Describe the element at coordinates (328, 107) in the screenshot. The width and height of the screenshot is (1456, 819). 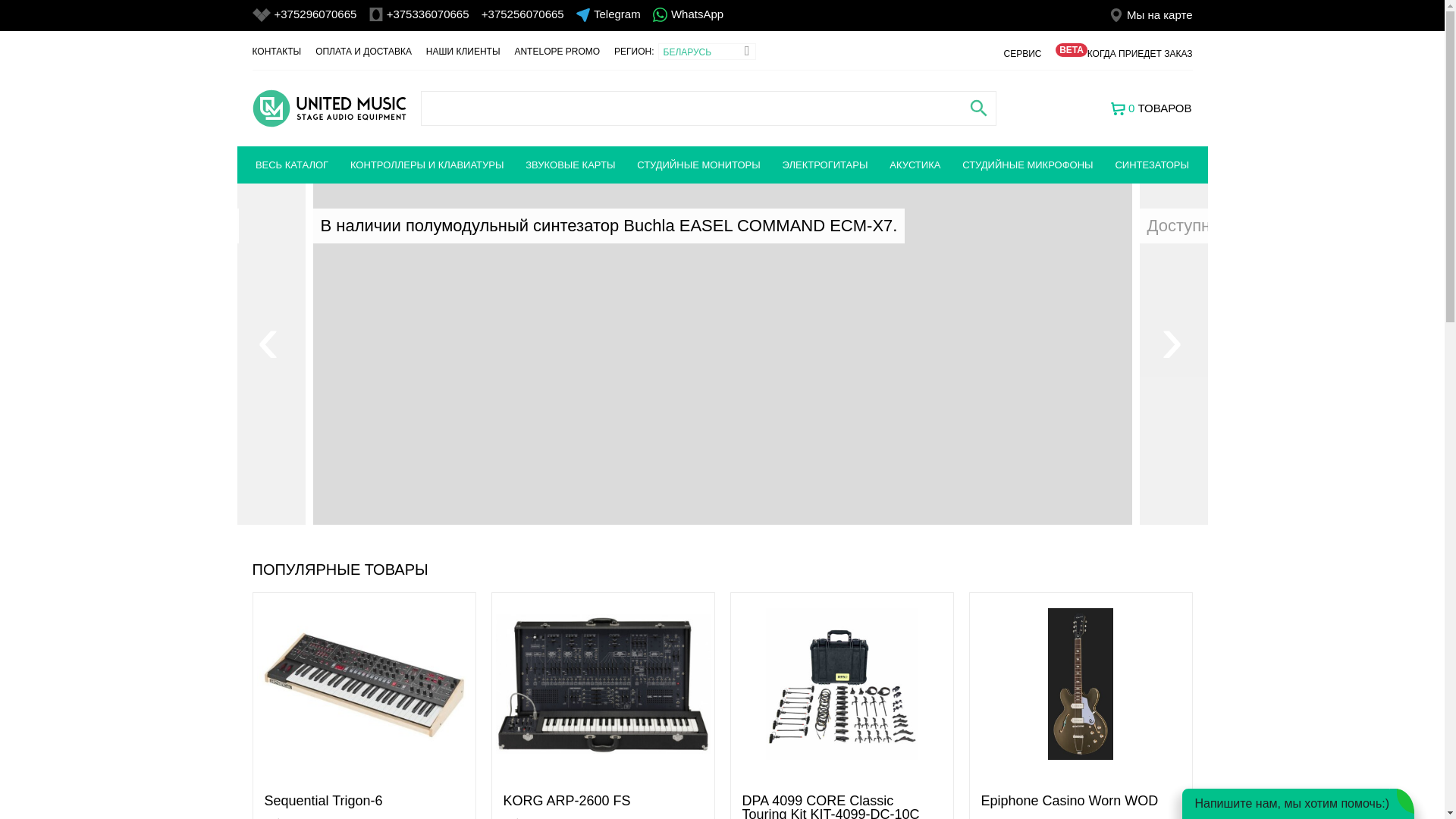
I see `'United Music'` at that location.